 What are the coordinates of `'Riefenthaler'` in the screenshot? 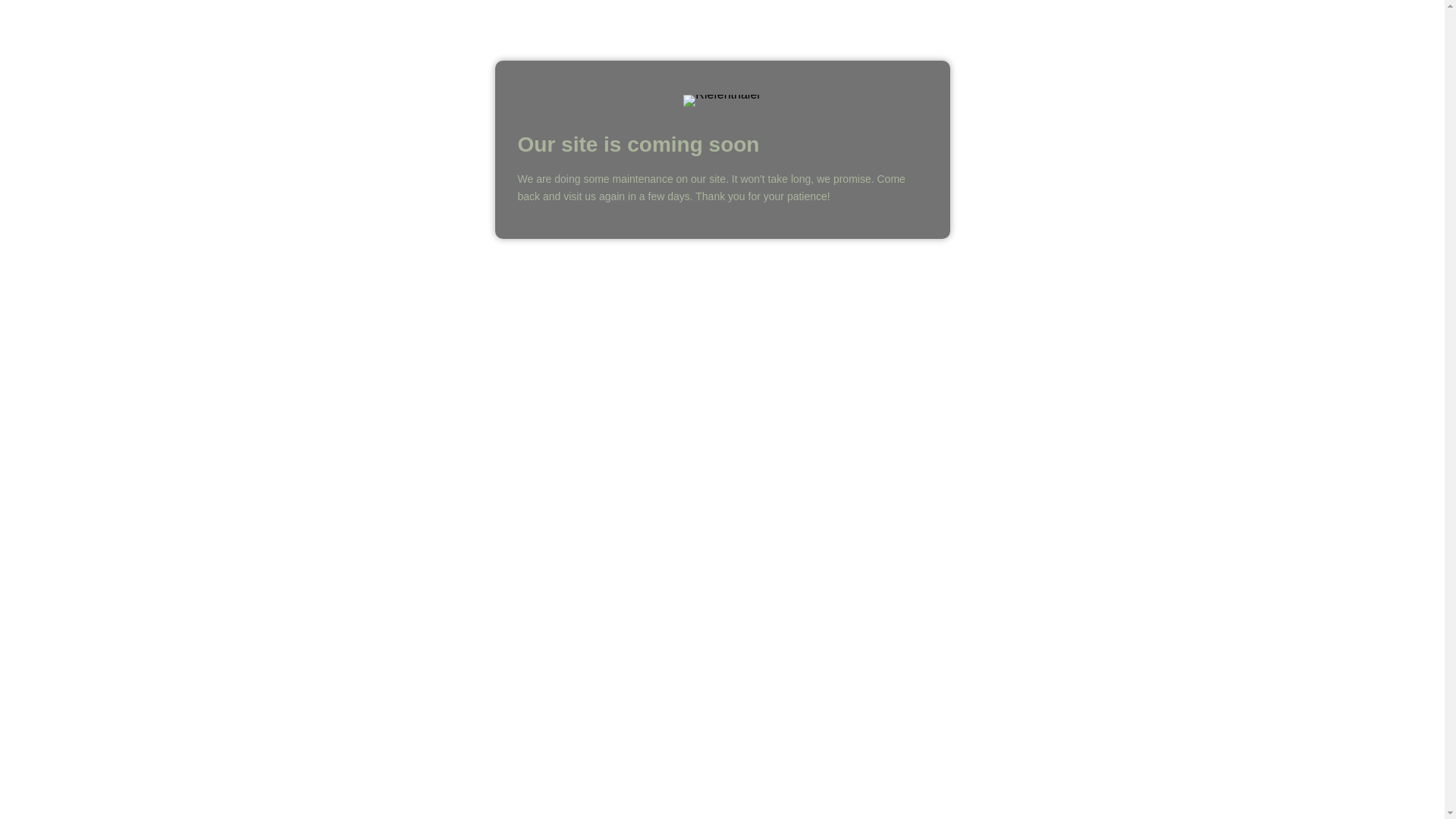 It's located at (720, 100).